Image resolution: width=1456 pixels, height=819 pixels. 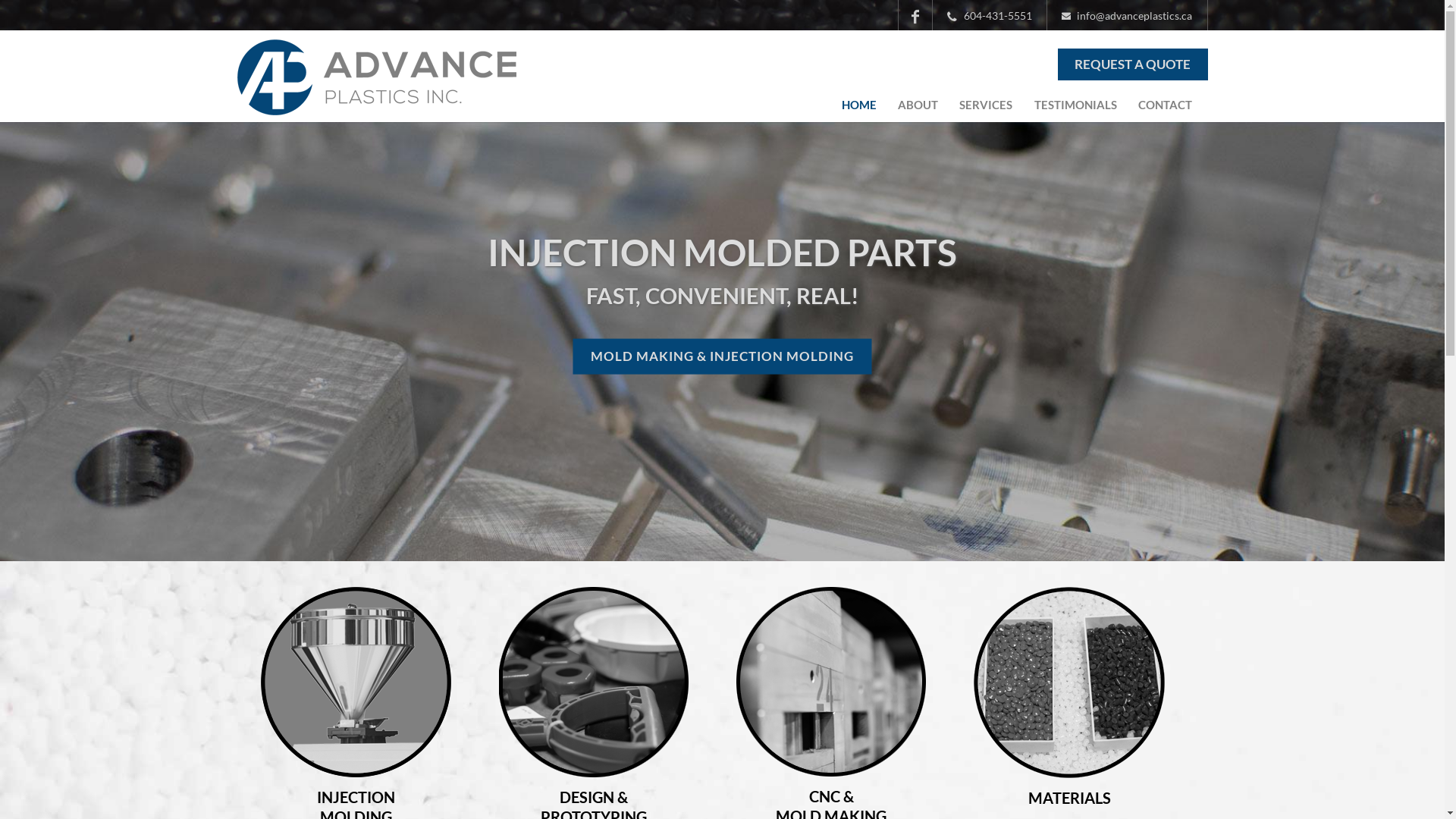 What do you see at coordinates (1075, 104) in the screenshot?
I see `'TESTIMONIALS'` at bounding box center [1075, 104].